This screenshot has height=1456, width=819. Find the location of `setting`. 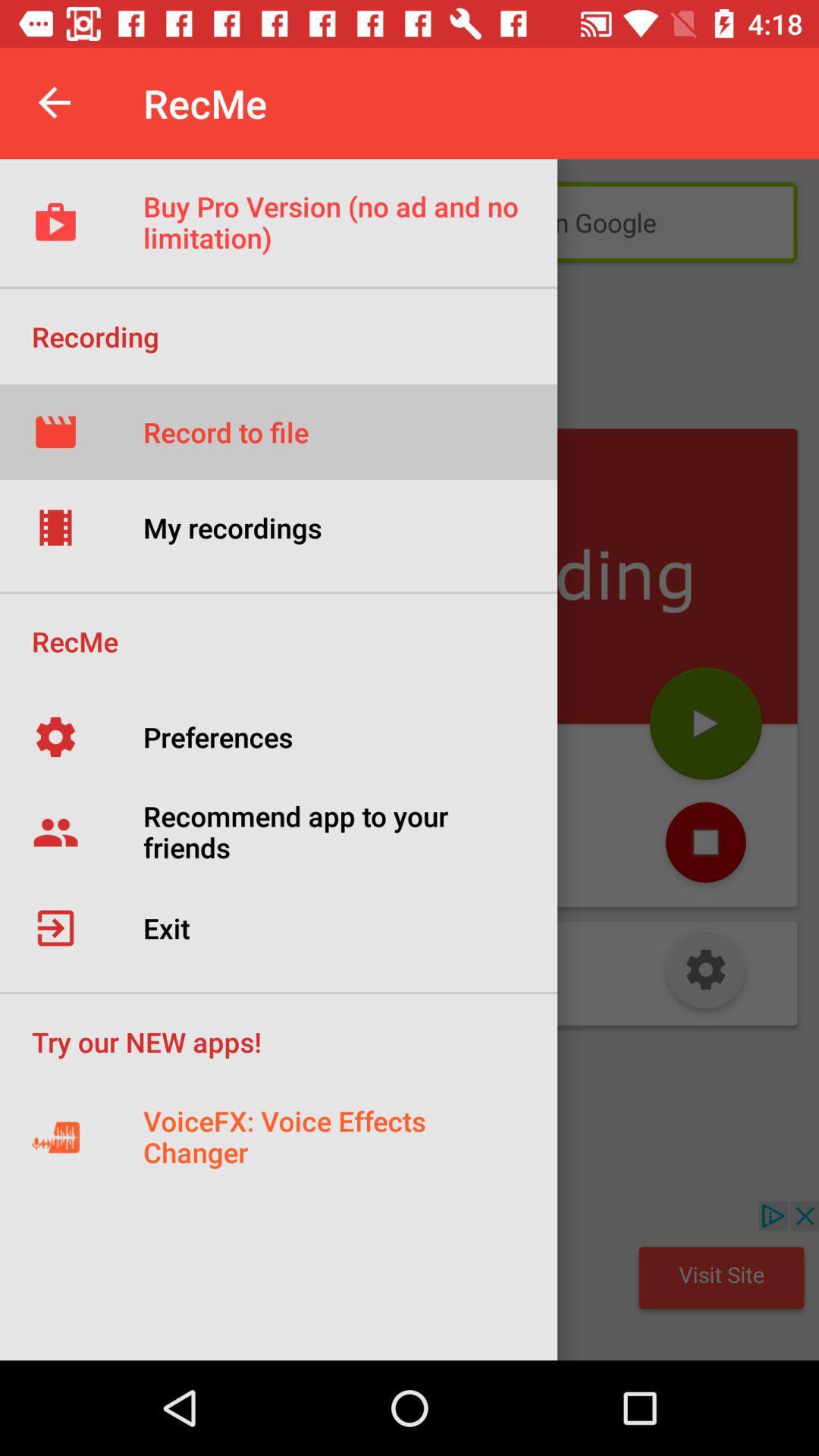

setting is located at coordinates (705, 973).